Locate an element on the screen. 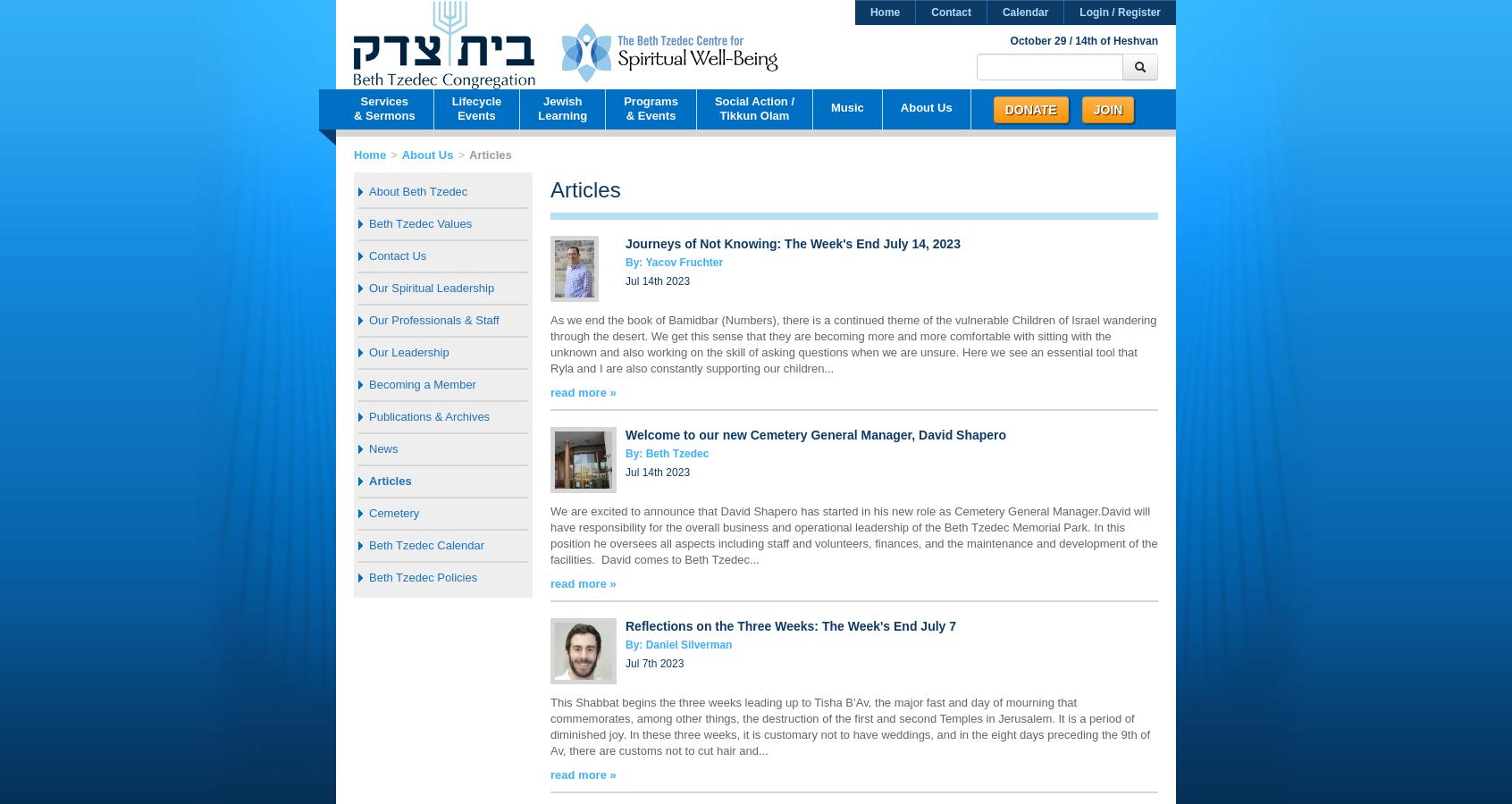 The image size is (1512, 804). 'Beth Tzedec Values' is located at coordinates (419, 222).